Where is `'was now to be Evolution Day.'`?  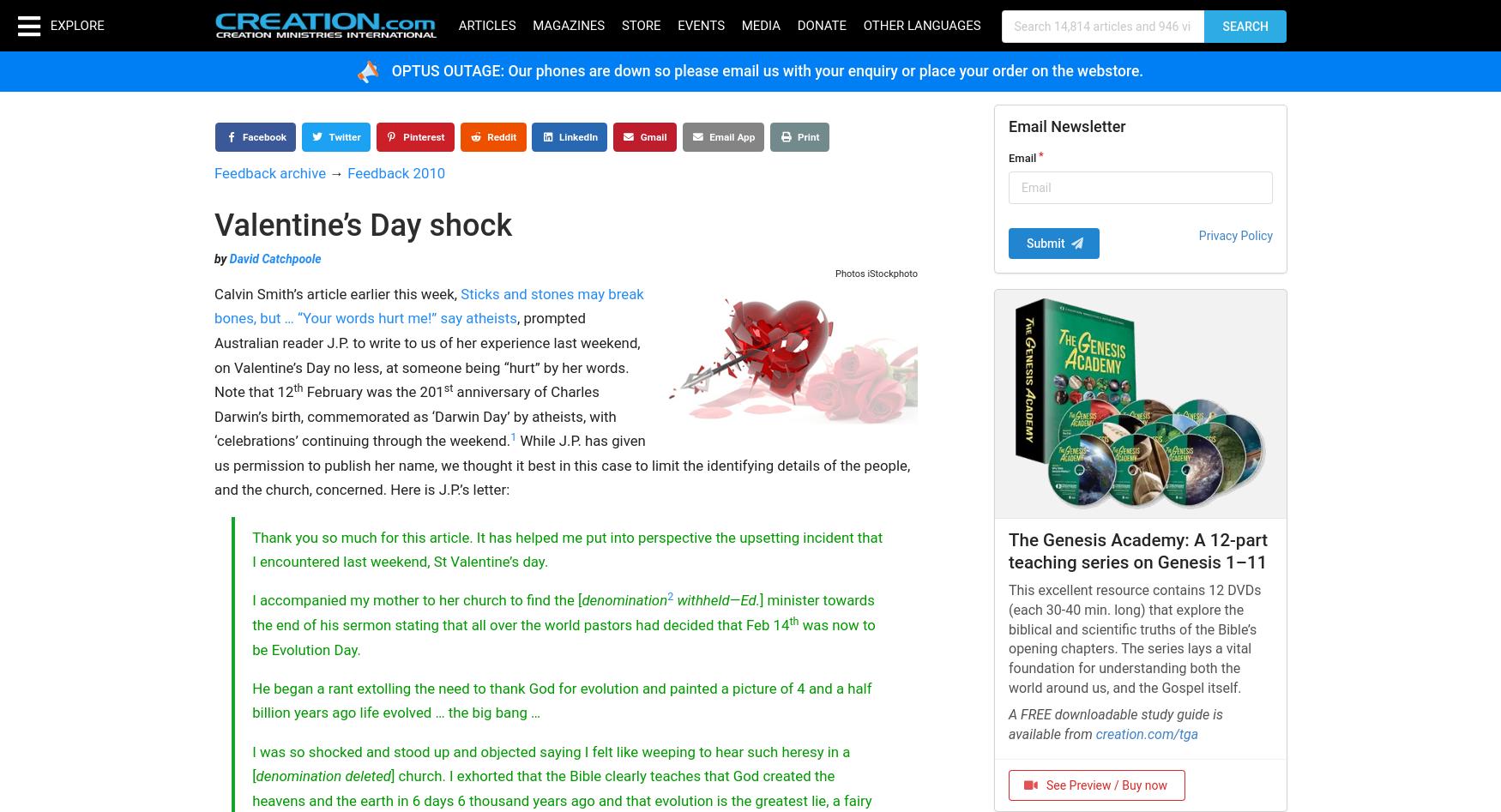 'was now to be Evolution Day.' is located at coordinates (562, 636).